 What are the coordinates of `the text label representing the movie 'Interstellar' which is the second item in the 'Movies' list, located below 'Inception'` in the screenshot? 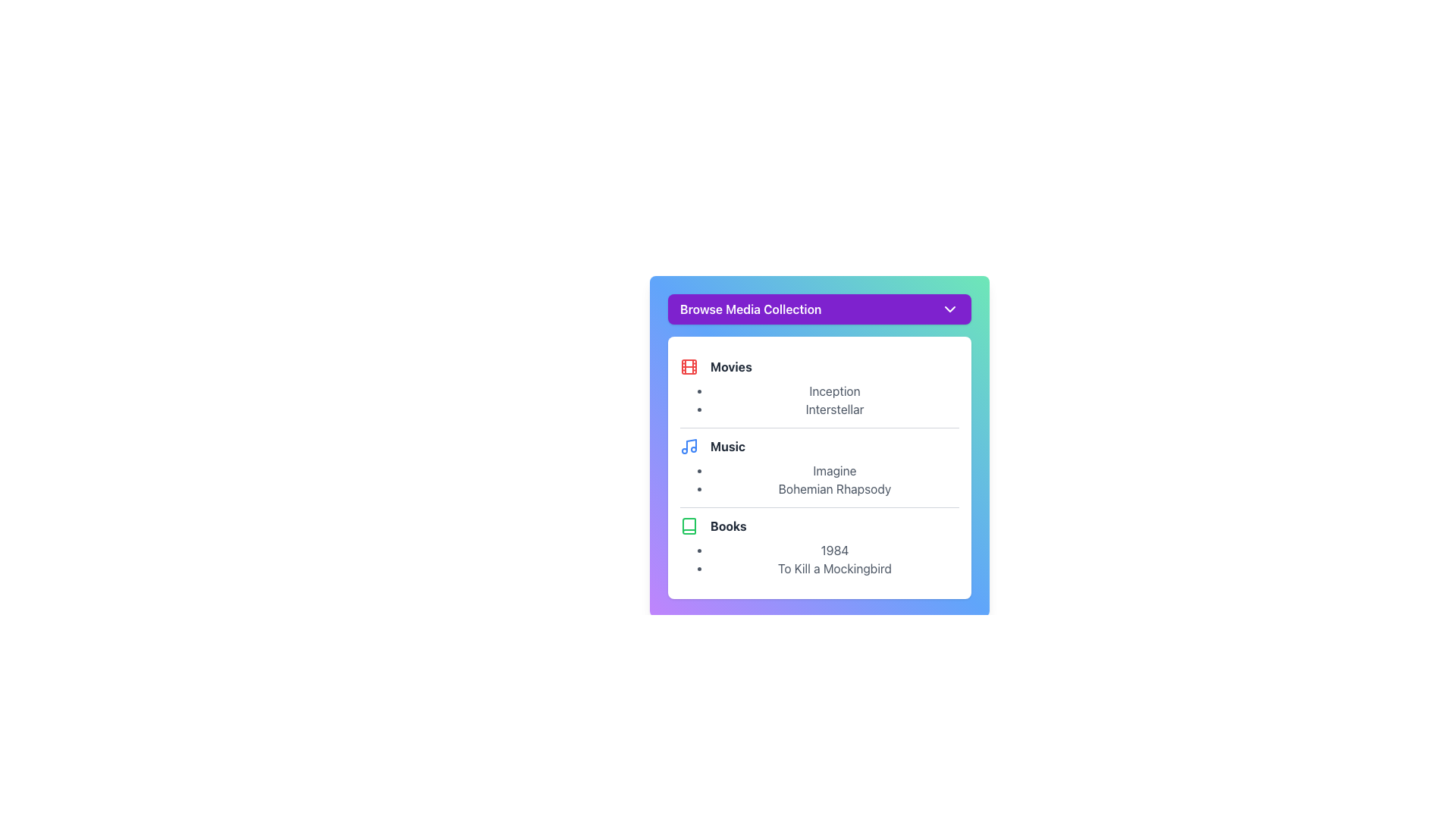 It's located at (833, 409).